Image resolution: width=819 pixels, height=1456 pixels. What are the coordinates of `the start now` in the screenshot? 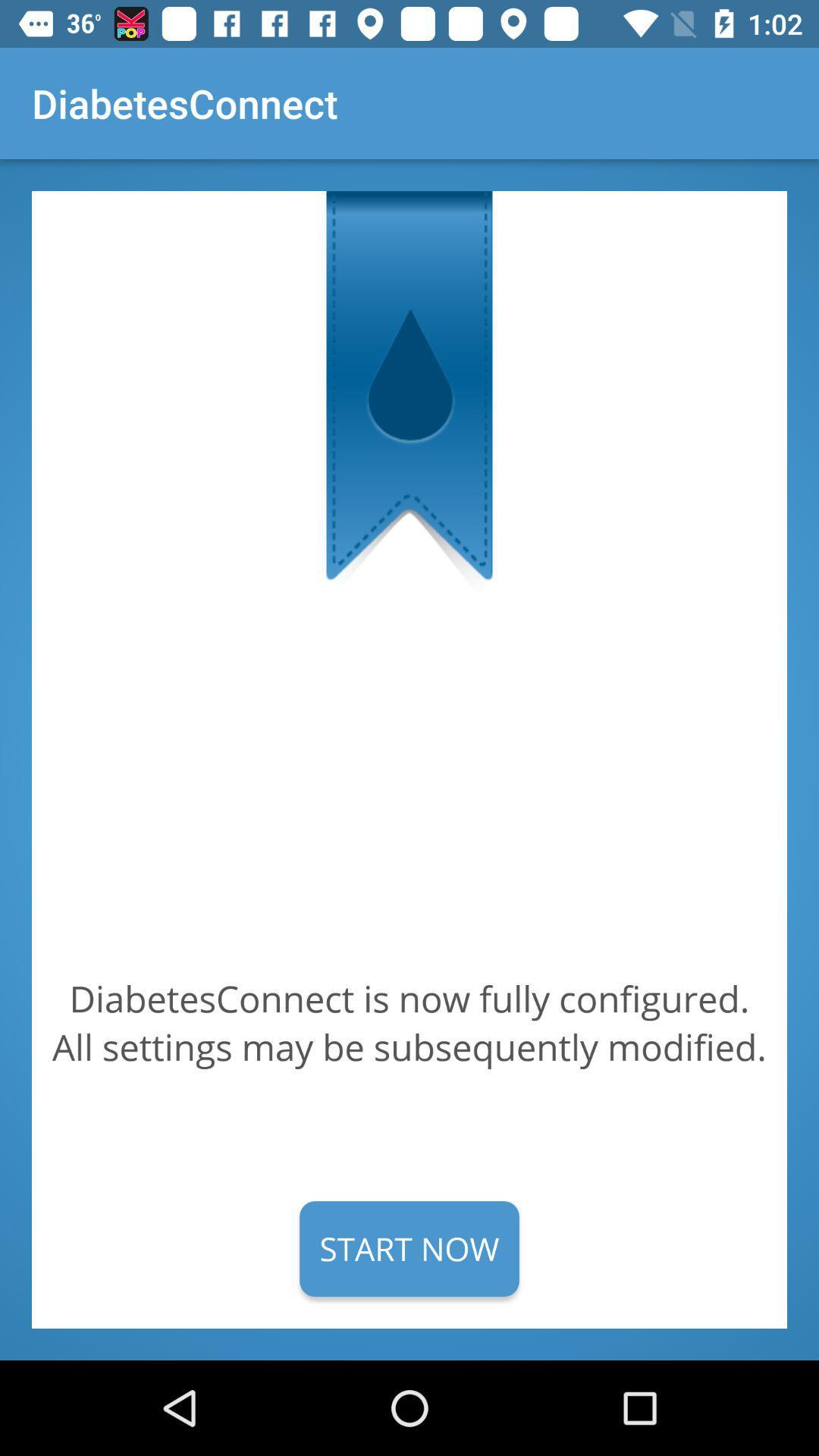 It's located at (409, 1248).